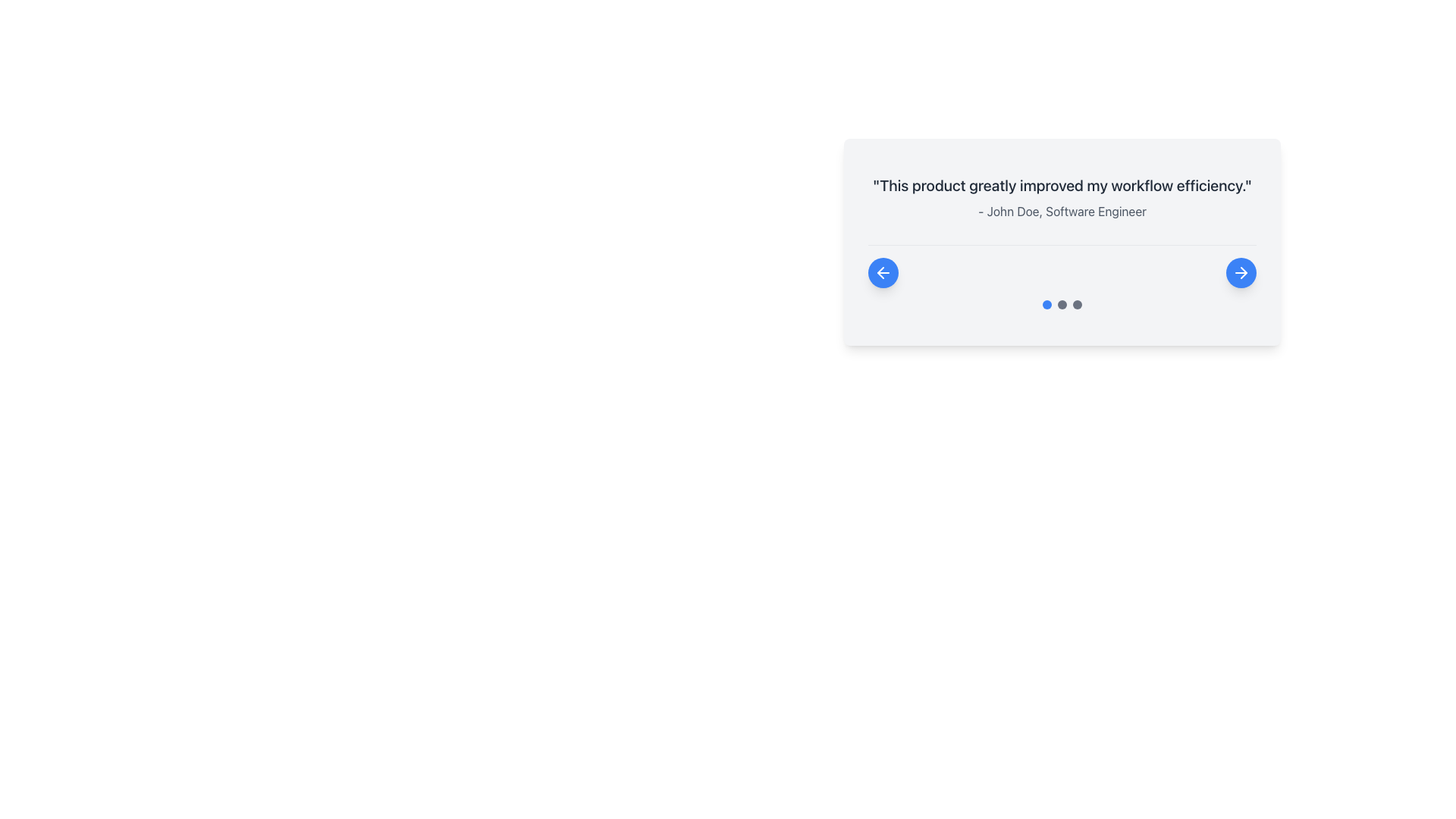  Describe the element at coordinates (1062, 304) in the screenshot. I see `the carousel indicator circles located centrally below the author's details` at that location.